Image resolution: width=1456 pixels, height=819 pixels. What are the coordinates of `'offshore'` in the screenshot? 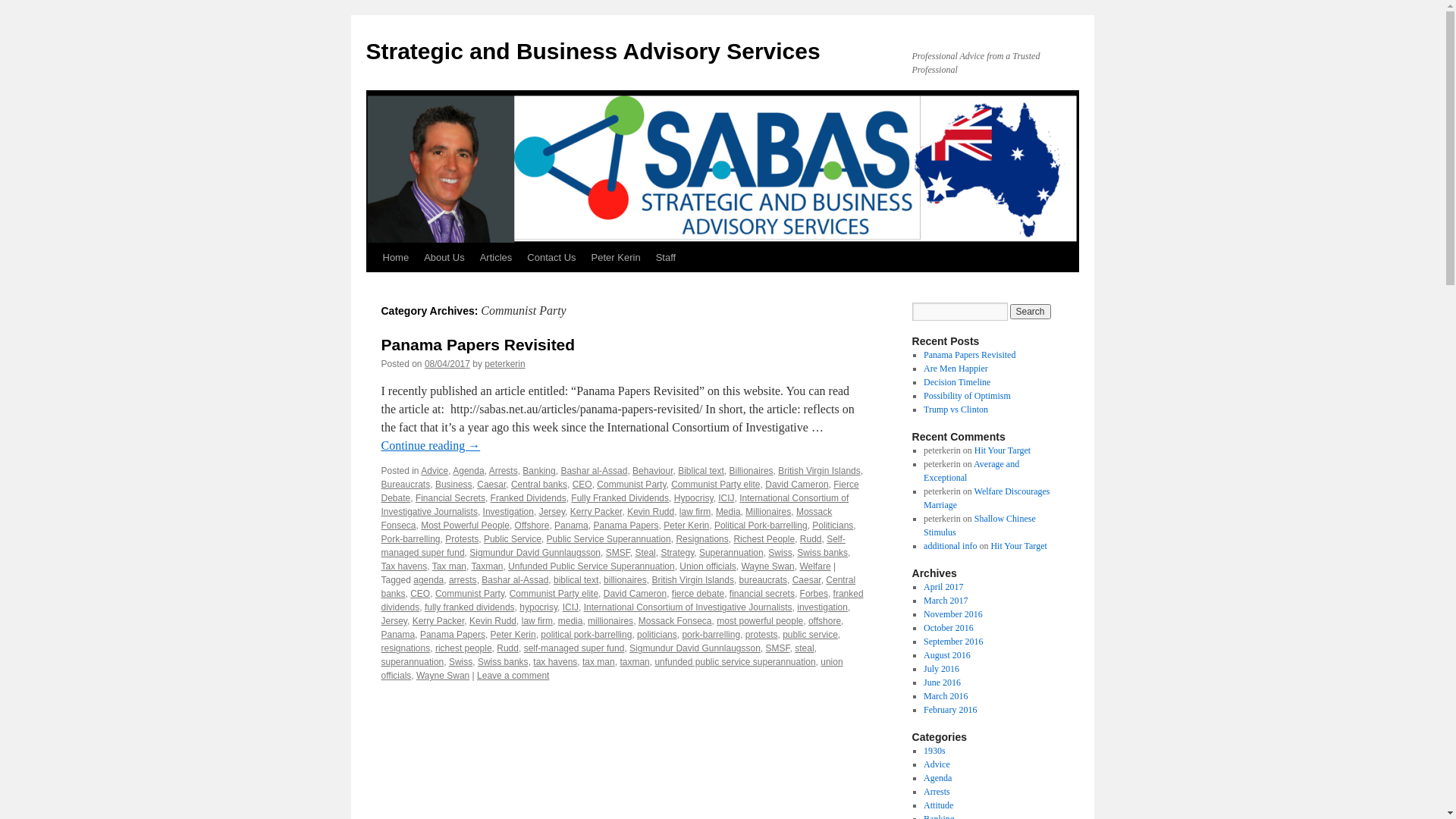 It's located at (824, 620).